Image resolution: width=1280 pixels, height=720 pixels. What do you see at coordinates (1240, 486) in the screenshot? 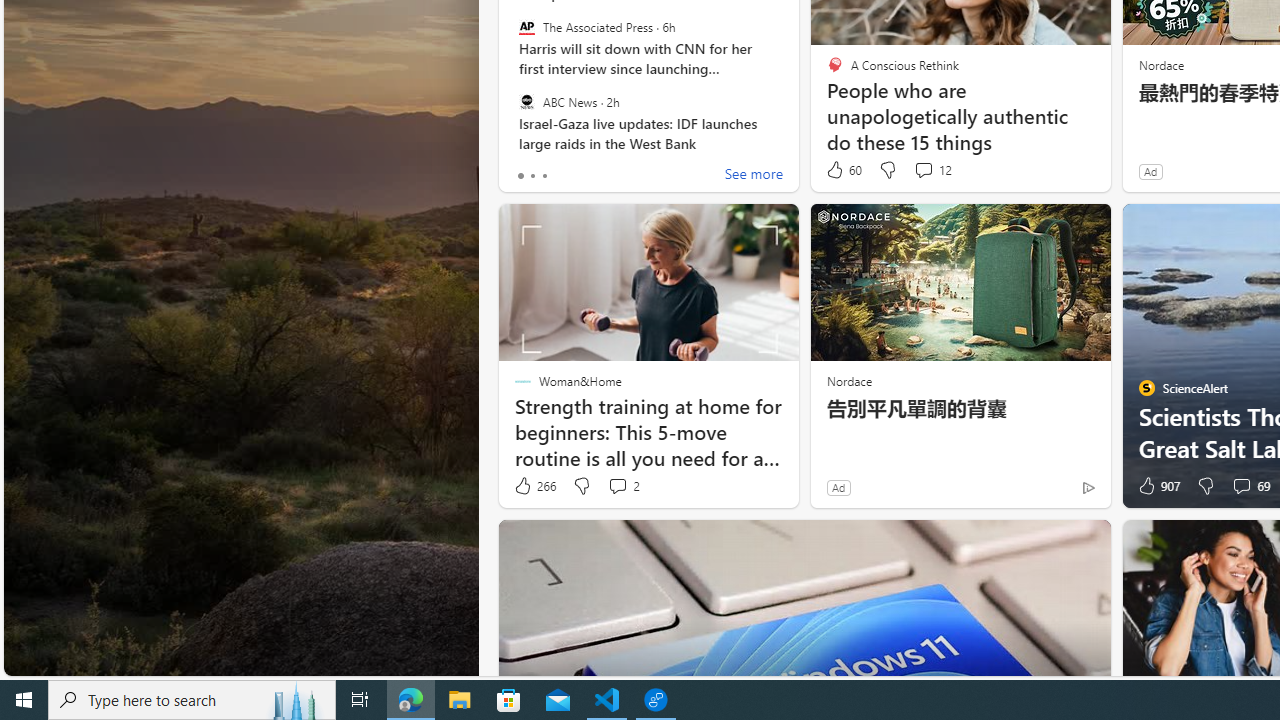
I see `'View comments 69 Comment'` at bounding box center [1240, 486].